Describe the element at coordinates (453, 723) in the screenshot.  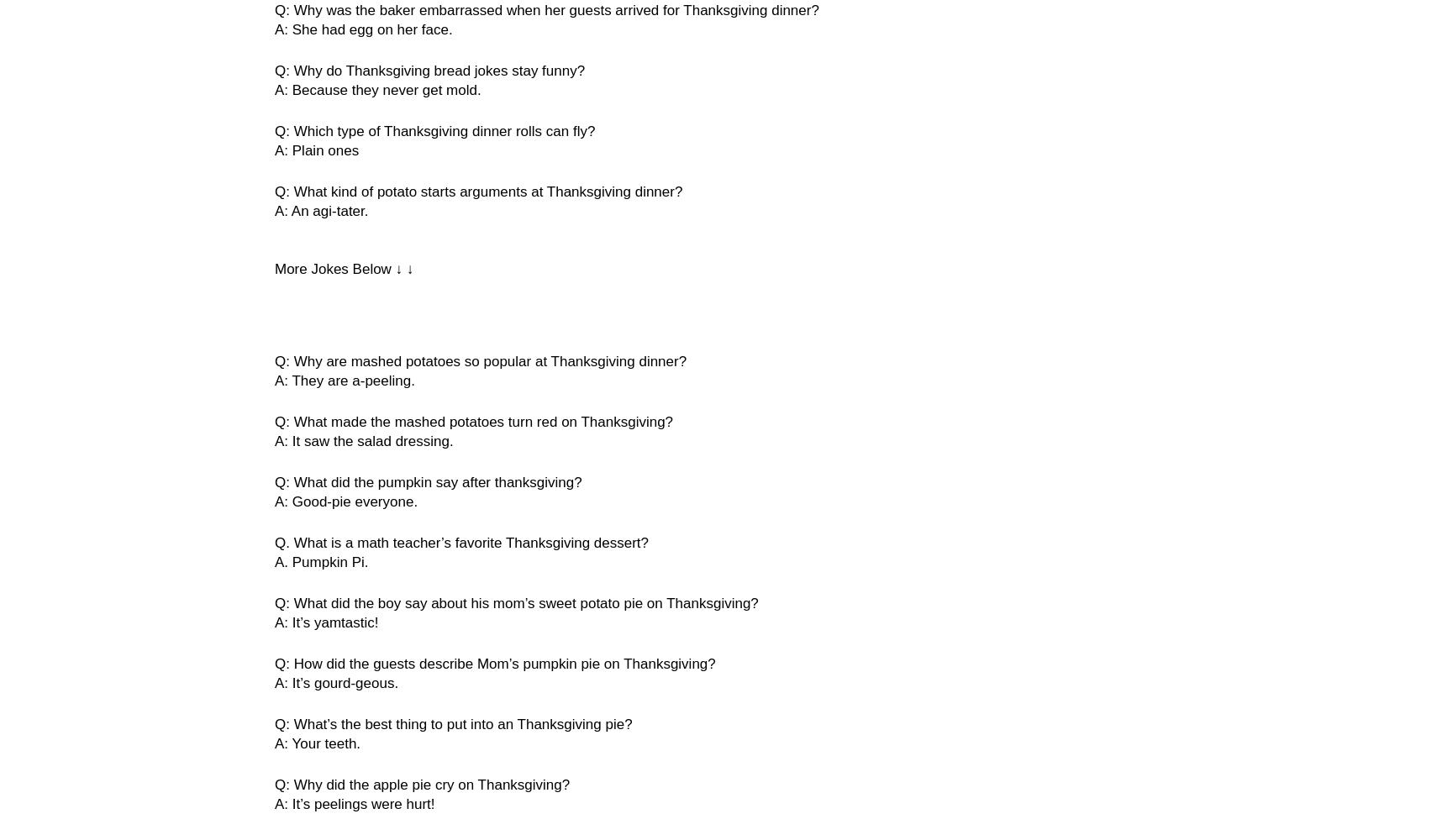
I see `'Q: What’s the best thing to put into an Thanksgiving pie?'` at that location.